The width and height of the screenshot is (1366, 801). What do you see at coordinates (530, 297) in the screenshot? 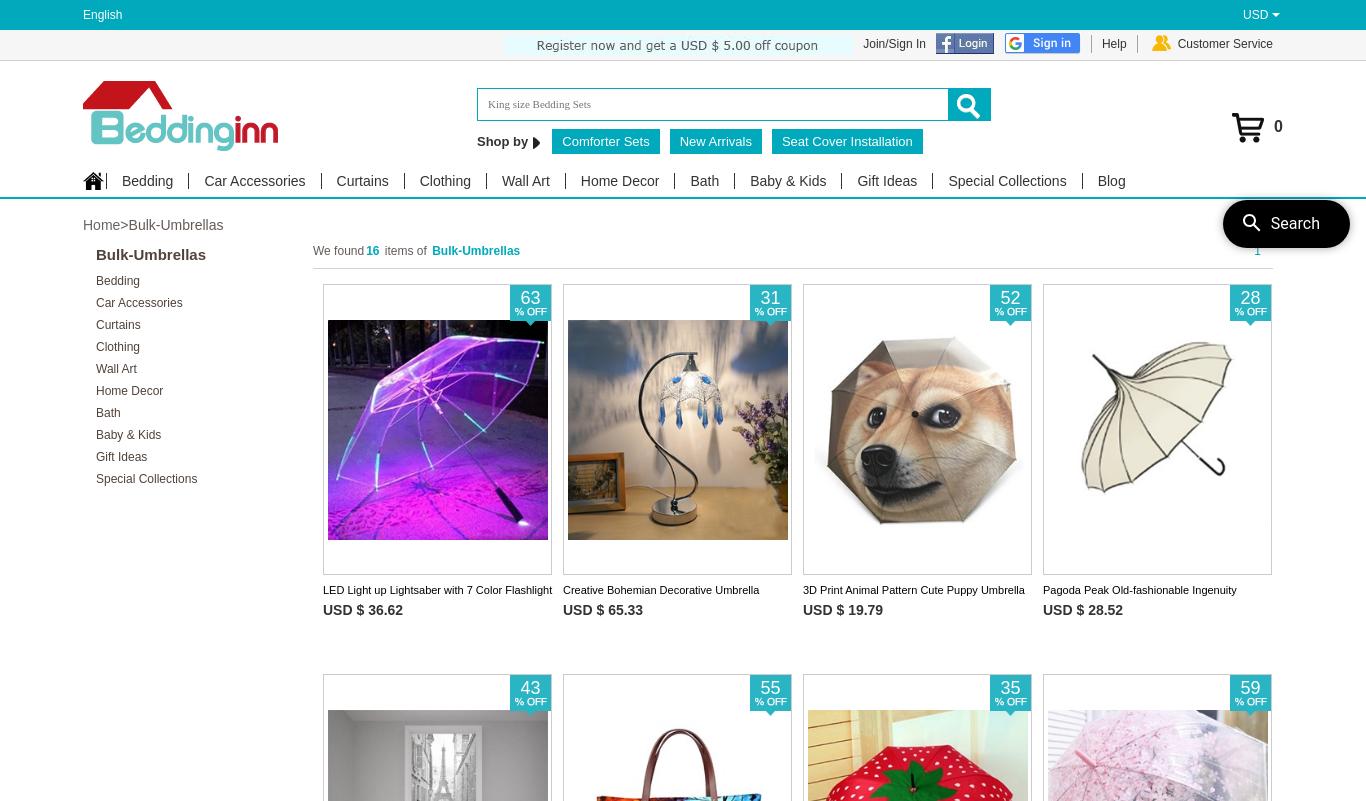
I see `'63'` at bounding box center [530, 297].